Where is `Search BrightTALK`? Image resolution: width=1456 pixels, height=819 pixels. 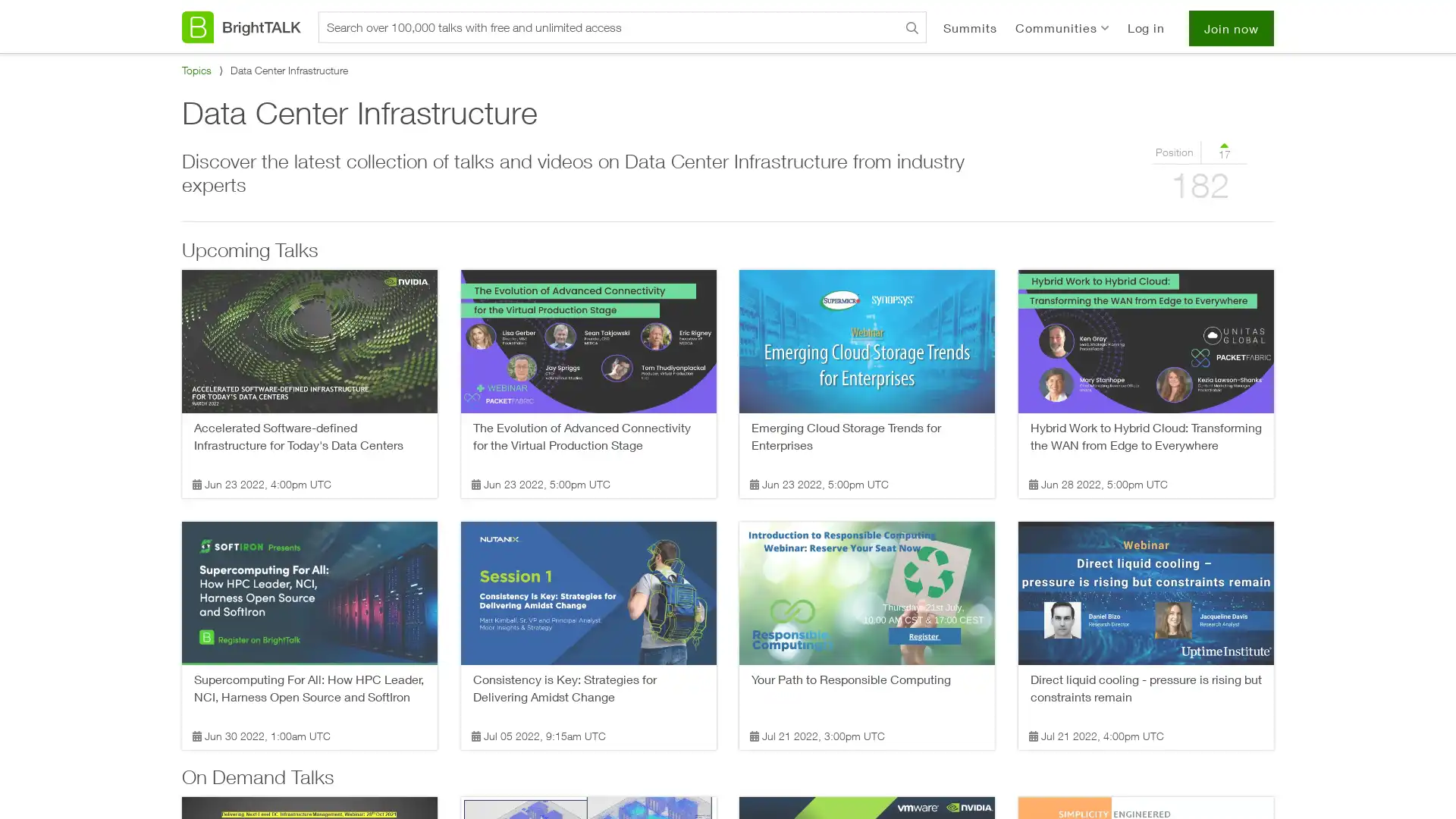 Search BrightTALK is located at coordinates (912, 29).